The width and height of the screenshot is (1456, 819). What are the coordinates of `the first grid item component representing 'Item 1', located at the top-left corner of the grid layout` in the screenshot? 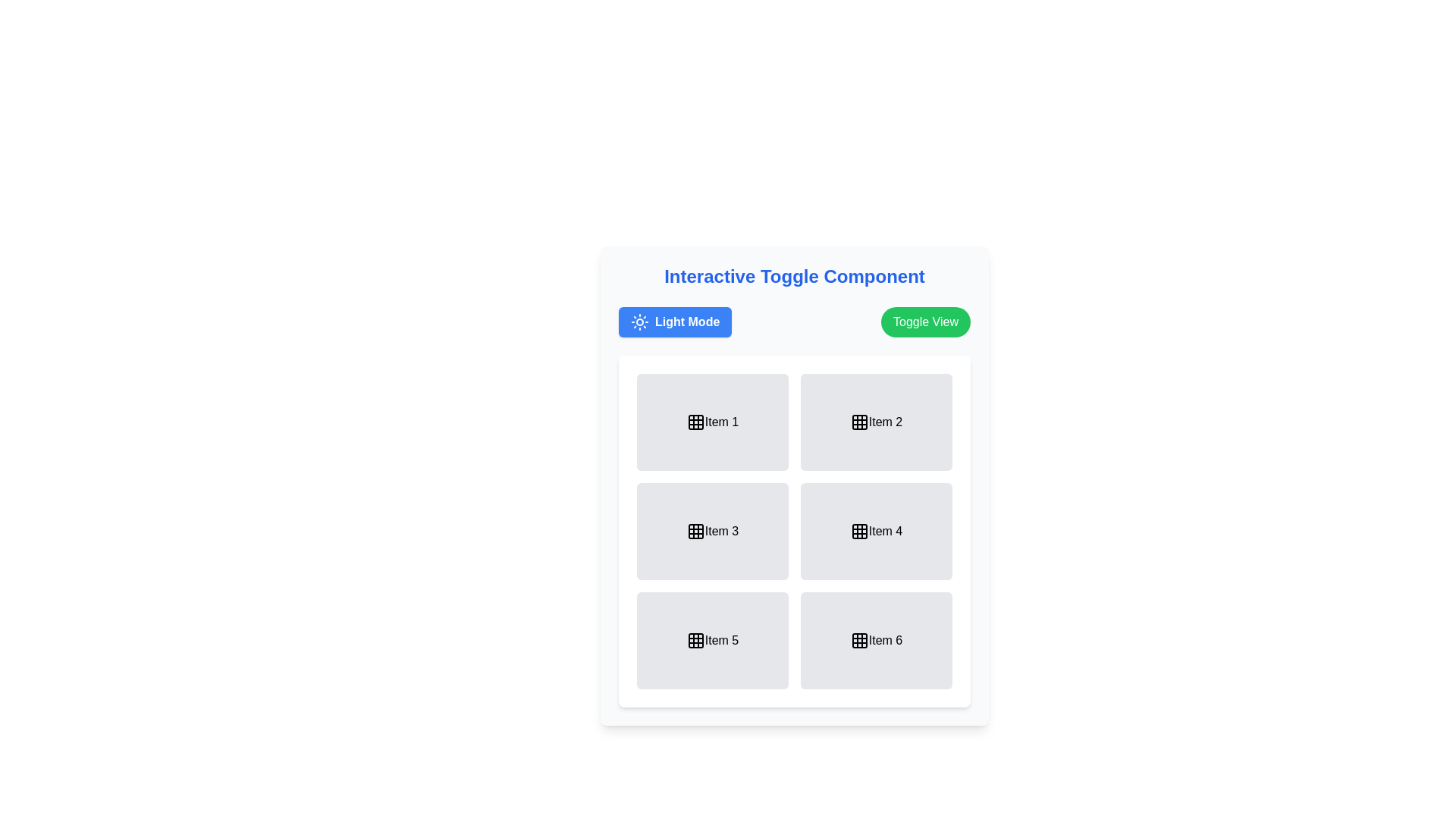 It's located at (712, 422).